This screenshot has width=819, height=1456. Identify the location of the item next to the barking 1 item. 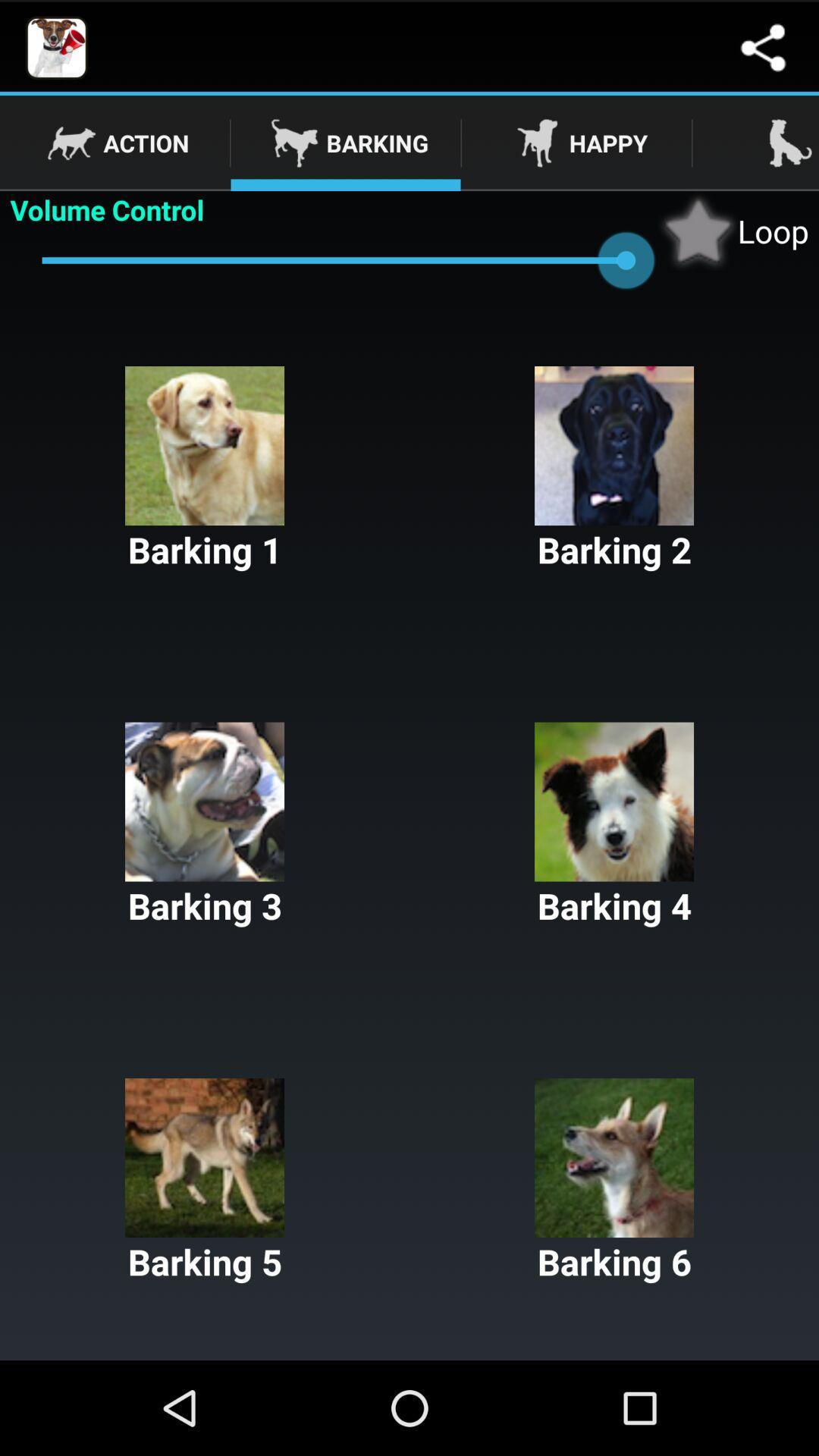
(614, 469).